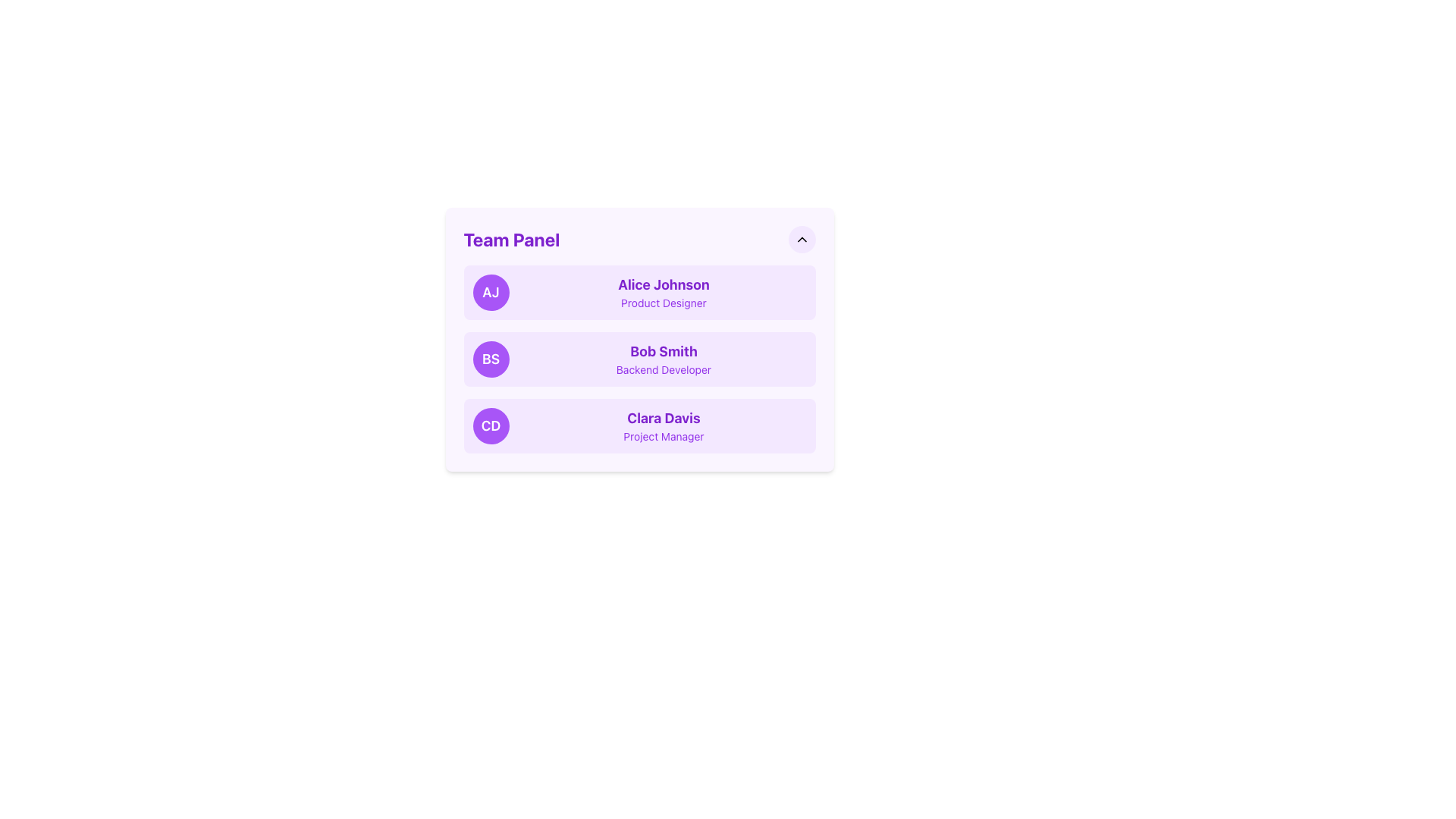 The width and height of the screenshot is (1456, 819). I want to click on the 'Backend Developer' text label, which displays the user's role directly below 'Bob Smith' in the vertical list panel, so click(664, 370).